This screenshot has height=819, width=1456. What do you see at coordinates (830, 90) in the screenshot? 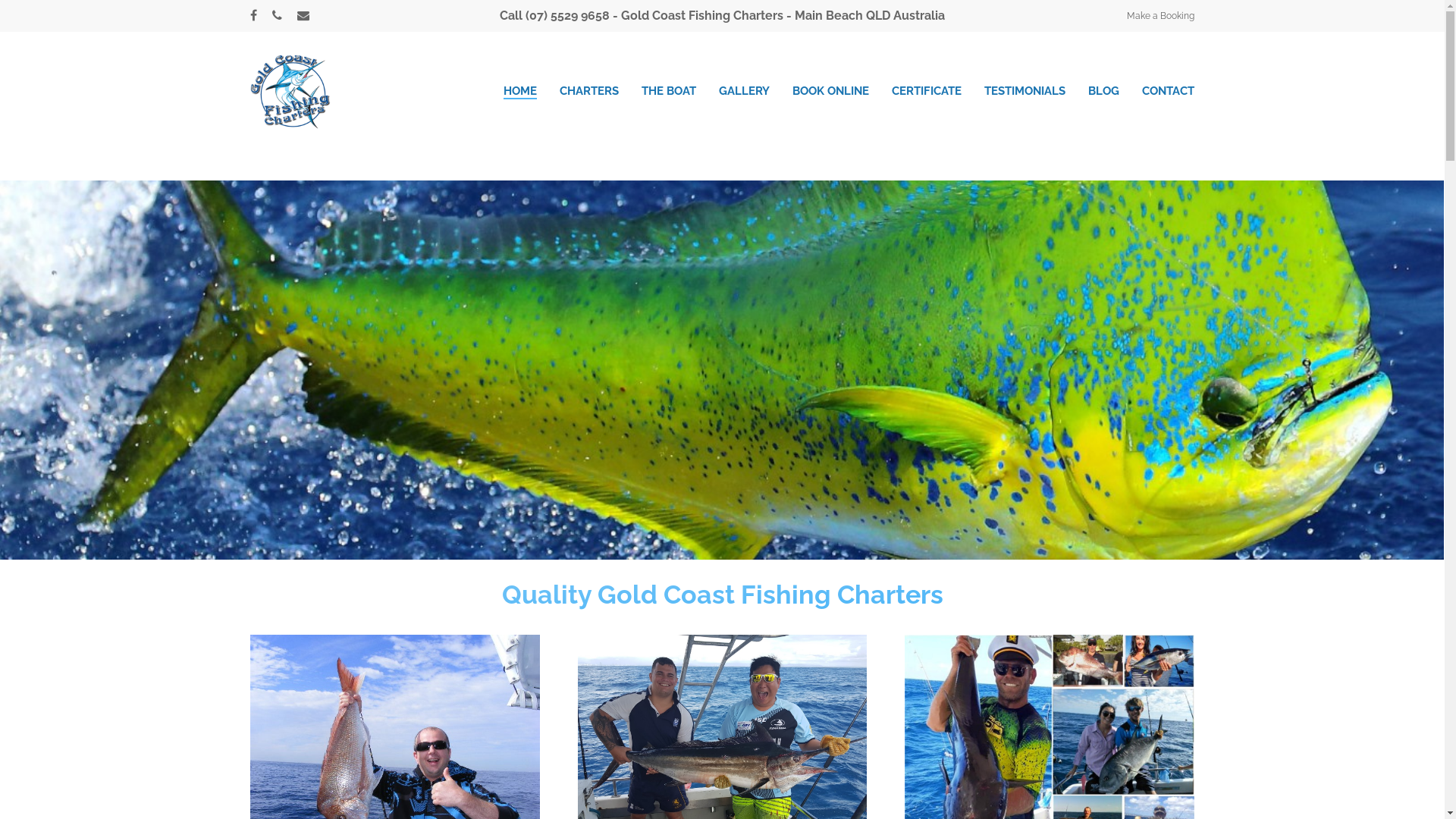
I see `'BOOK ONLINE'` at bounding box center [830, 90].